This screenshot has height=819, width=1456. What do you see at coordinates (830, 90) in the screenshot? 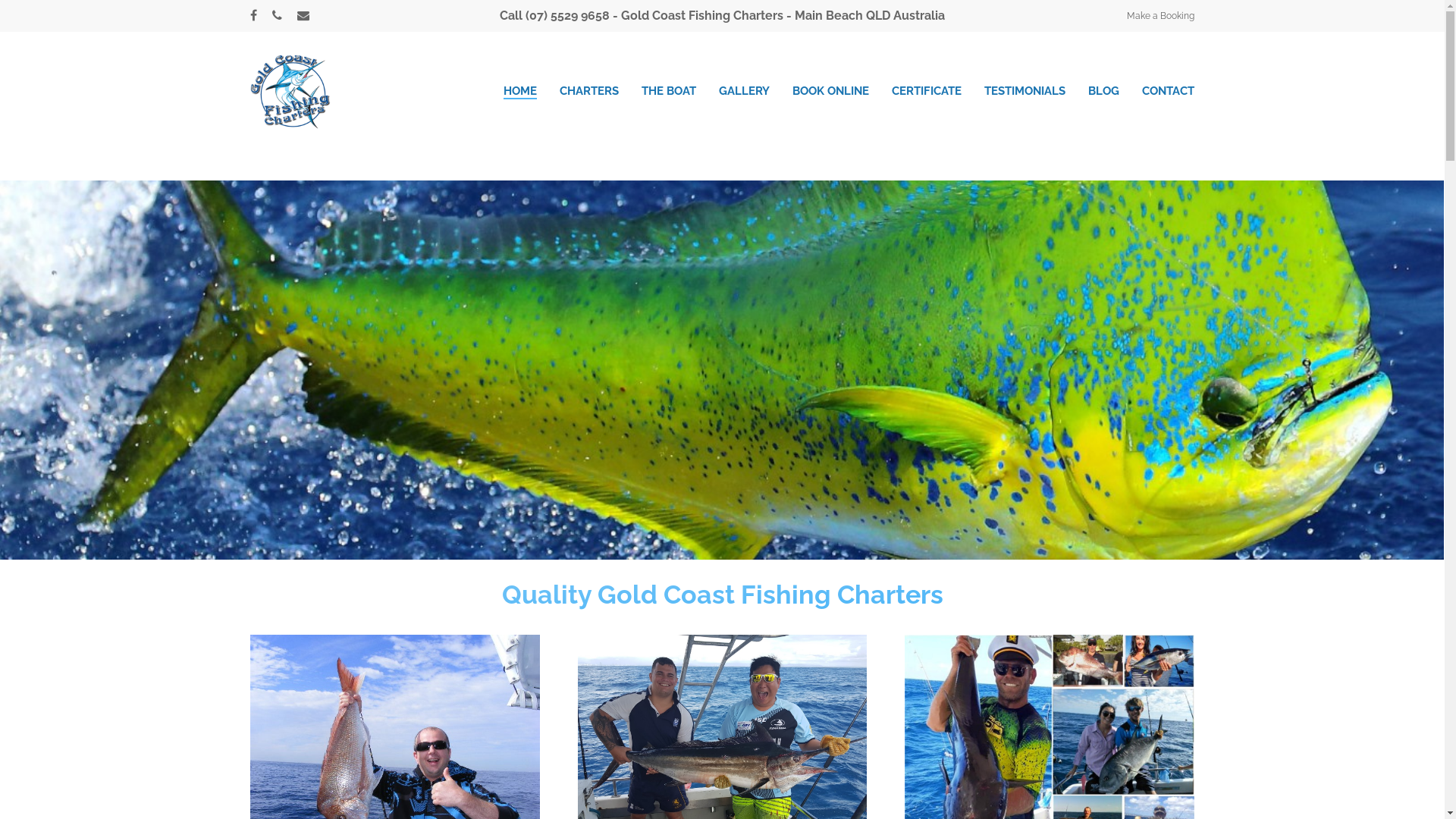
I see `'BOOK ONLINE'` at bounding box center [830, 90].